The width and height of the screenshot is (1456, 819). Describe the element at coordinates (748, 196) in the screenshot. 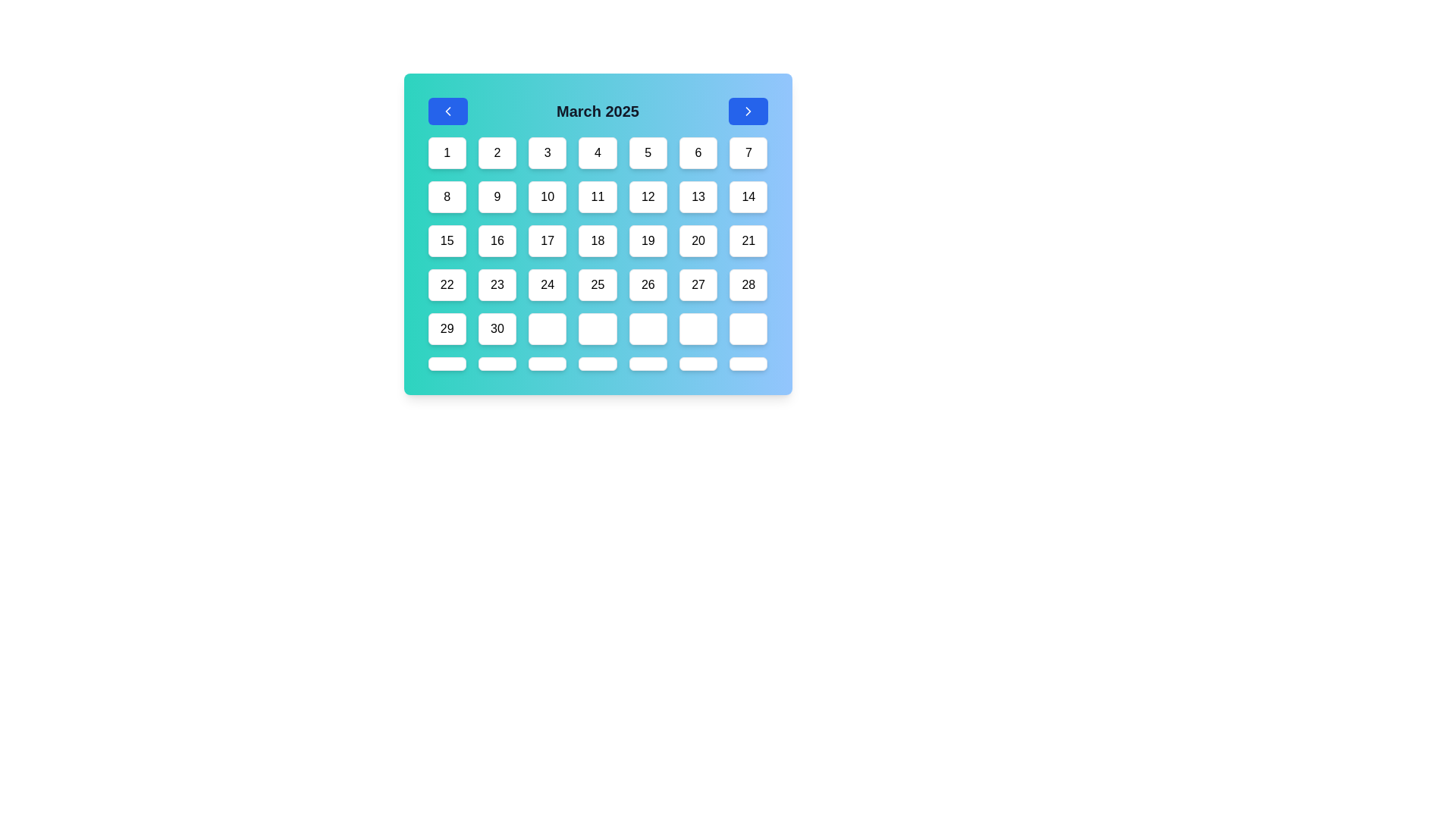

I see `the Text Display Box containing the date '14' in the calendar interface for March 2025` at that location.